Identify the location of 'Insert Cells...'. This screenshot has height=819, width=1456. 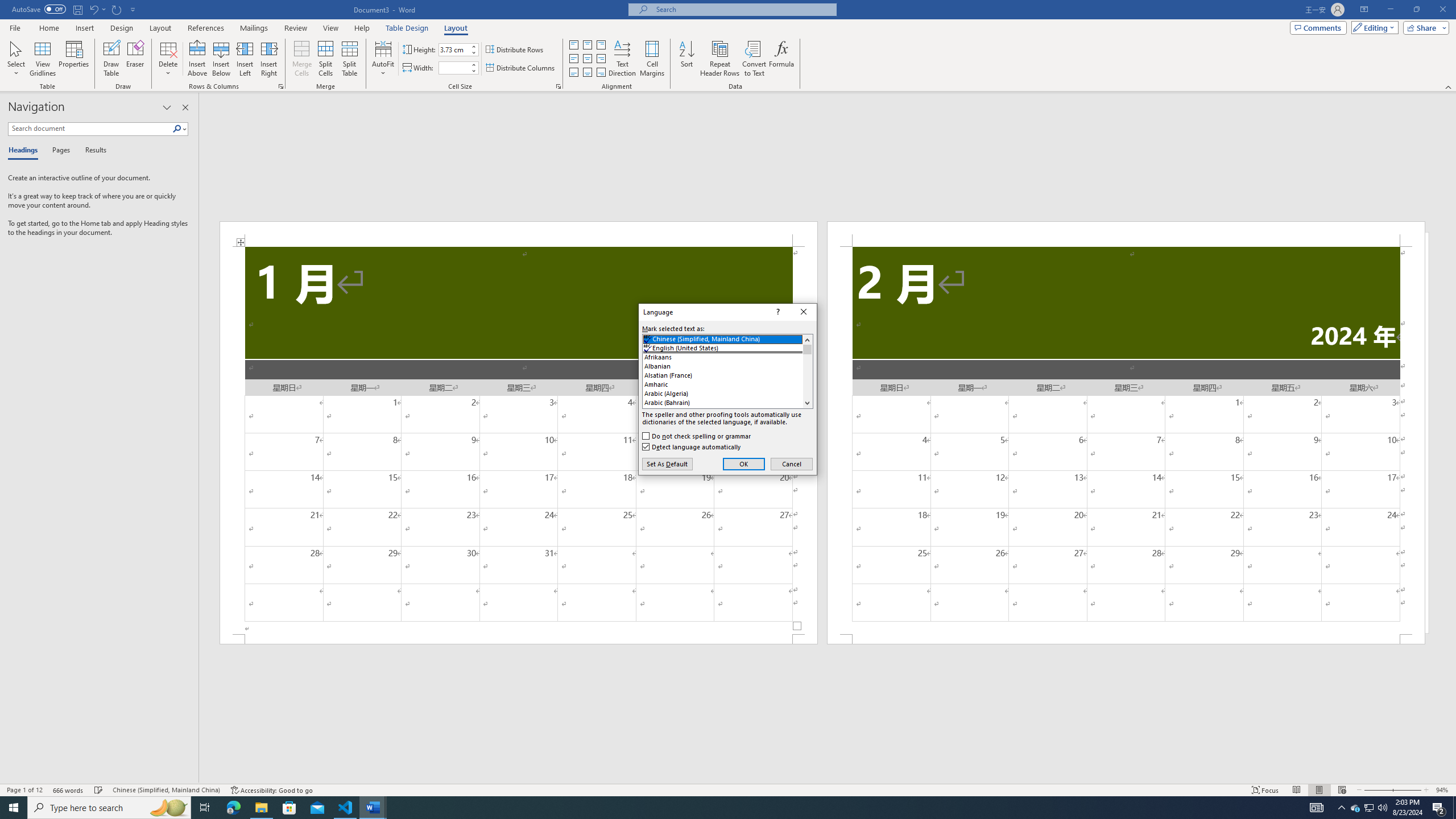
(280, 85).